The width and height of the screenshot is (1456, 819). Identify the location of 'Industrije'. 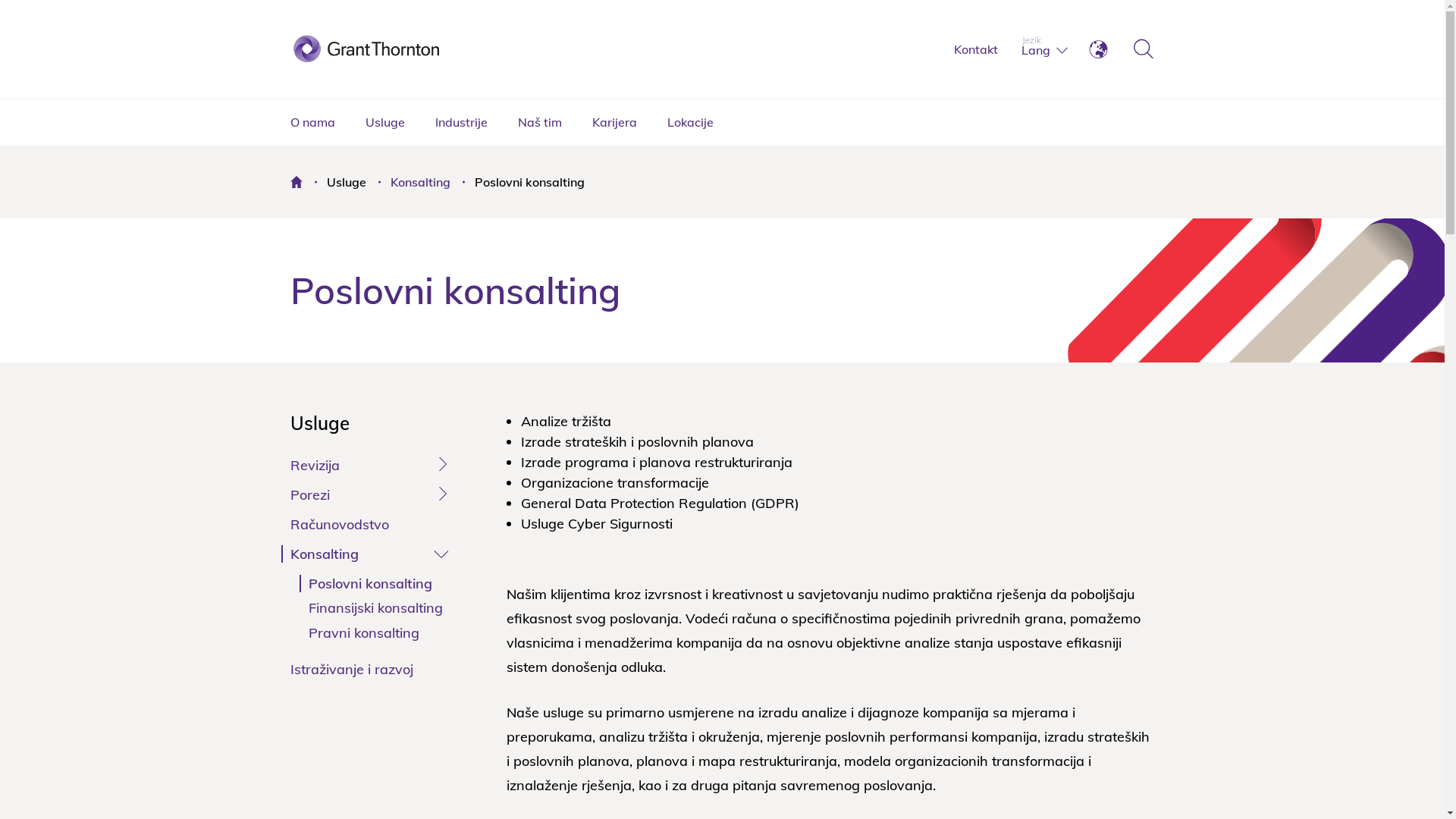
(460, 121).